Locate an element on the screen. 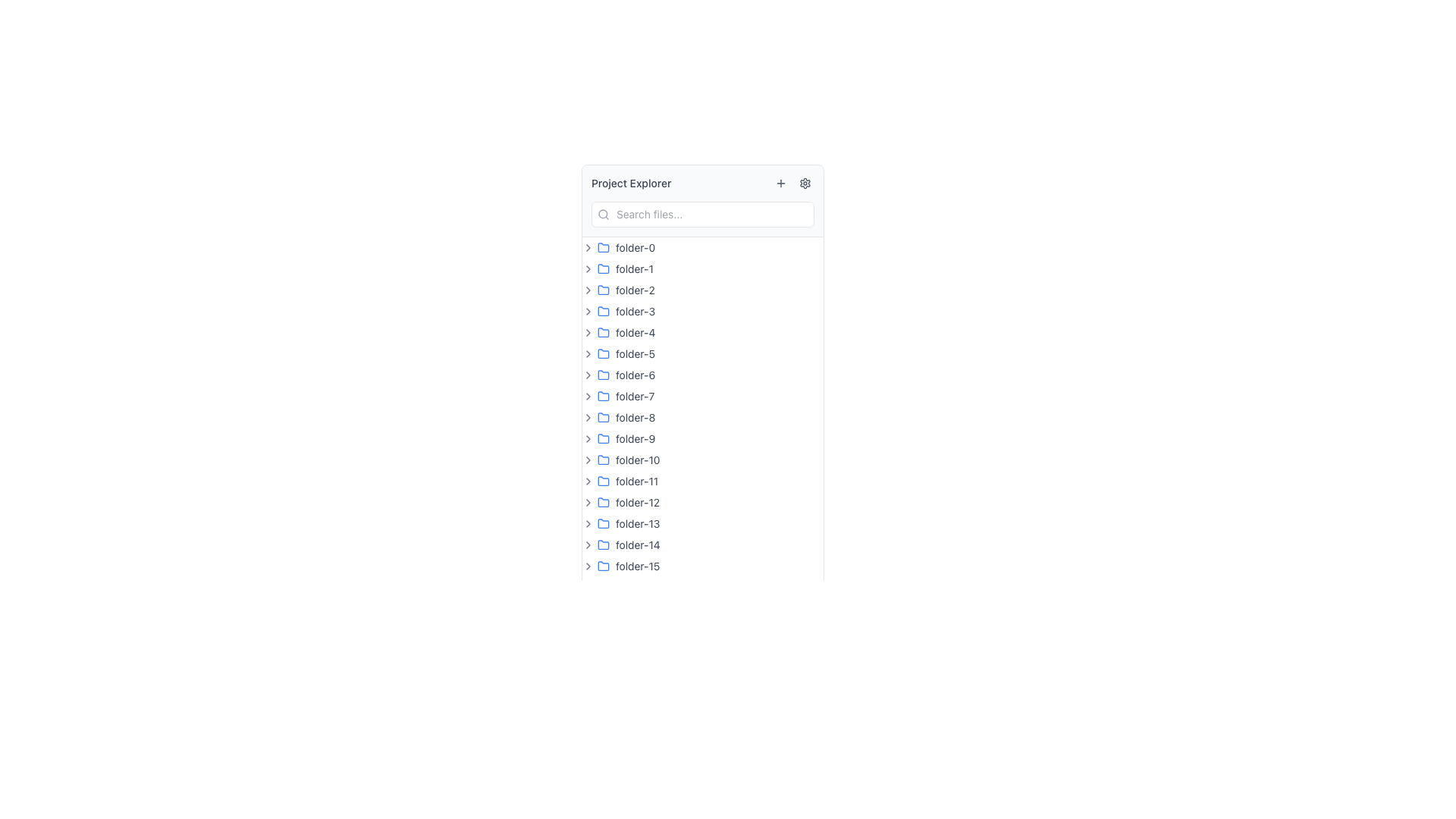  the right-pointing arrow icon button is located at coordinates (588, 353).